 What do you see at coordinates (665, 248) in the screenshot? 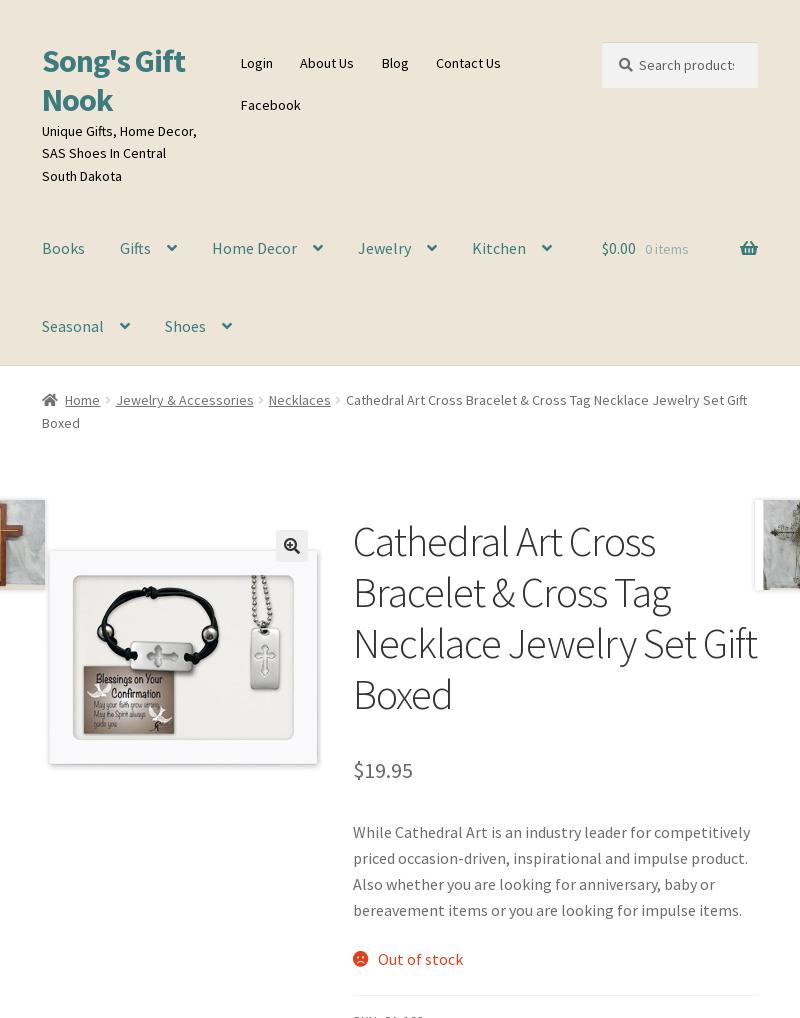
I see `'0 items'` at bounding box center [665, 248].